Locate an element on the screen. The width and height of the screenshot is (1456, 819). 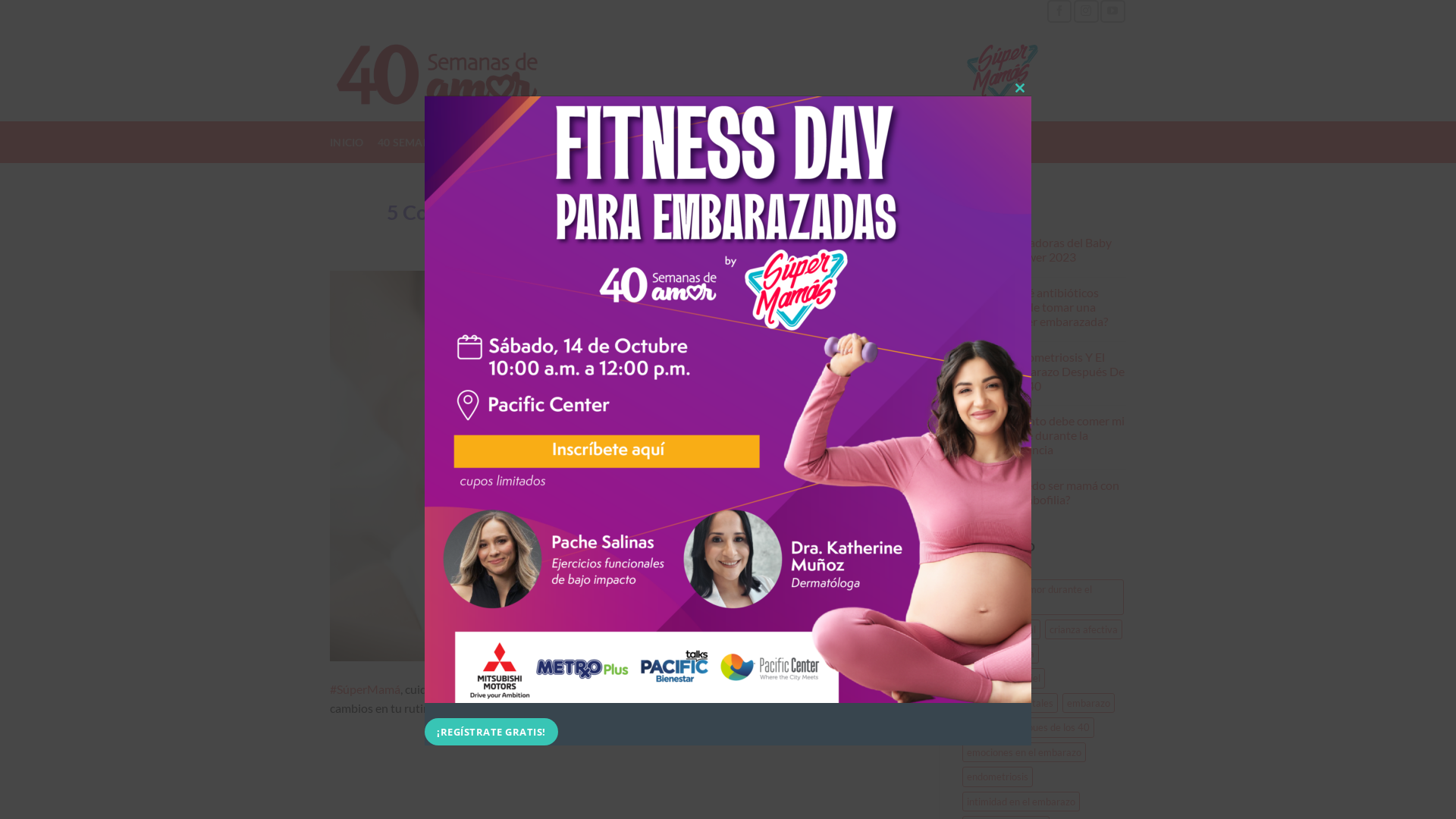
'cambios de humor durante el embarazo' is located at coordinates (1041, 596).